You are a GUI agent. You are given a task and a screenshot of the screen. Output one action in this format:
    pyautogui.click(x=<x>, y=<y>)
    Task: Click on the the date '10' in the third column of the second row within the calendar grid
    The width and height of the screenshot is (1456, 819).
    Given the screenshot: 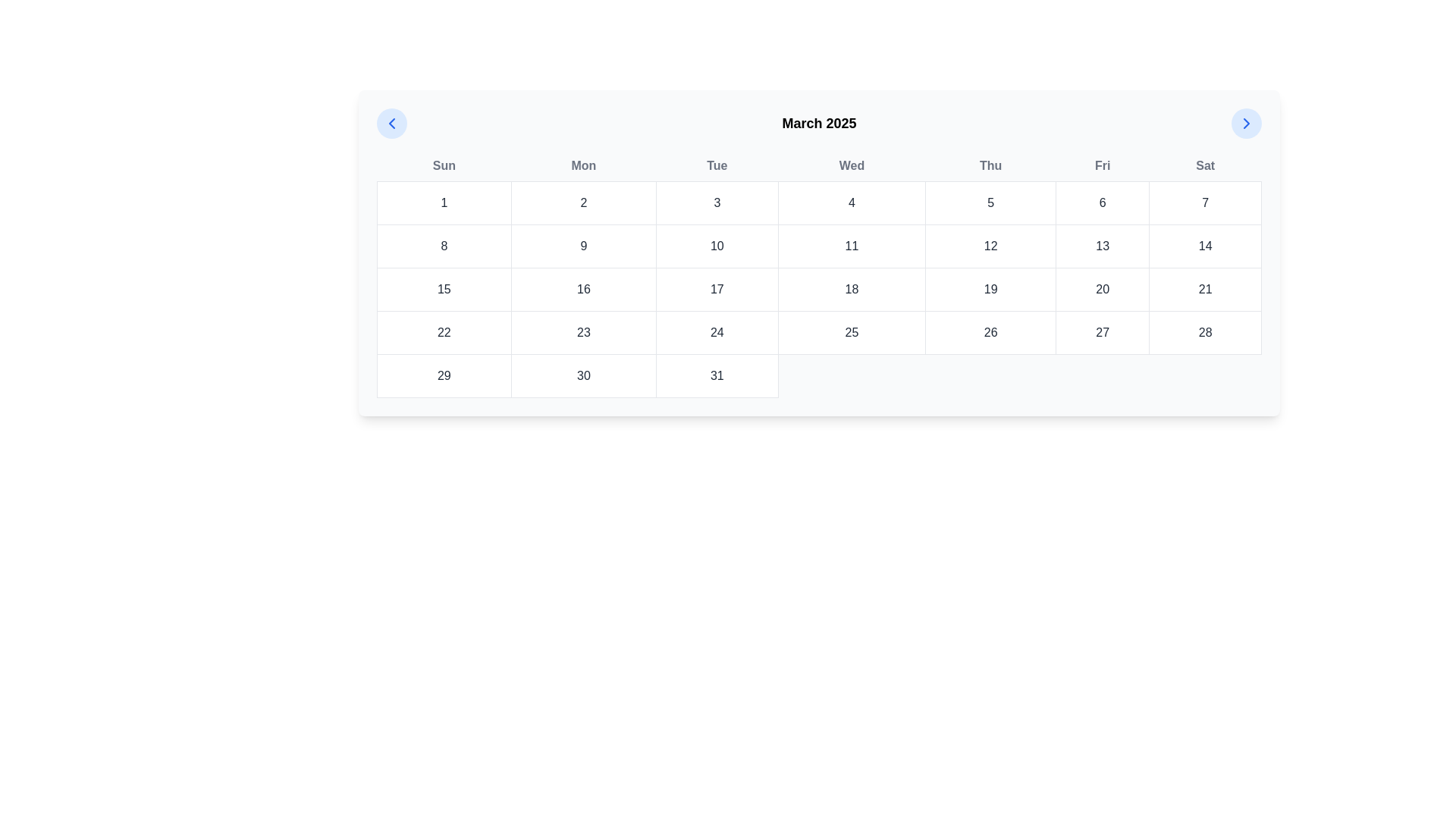 What is the action you would take?
    pyautogui.click(x=716, y=245)
    